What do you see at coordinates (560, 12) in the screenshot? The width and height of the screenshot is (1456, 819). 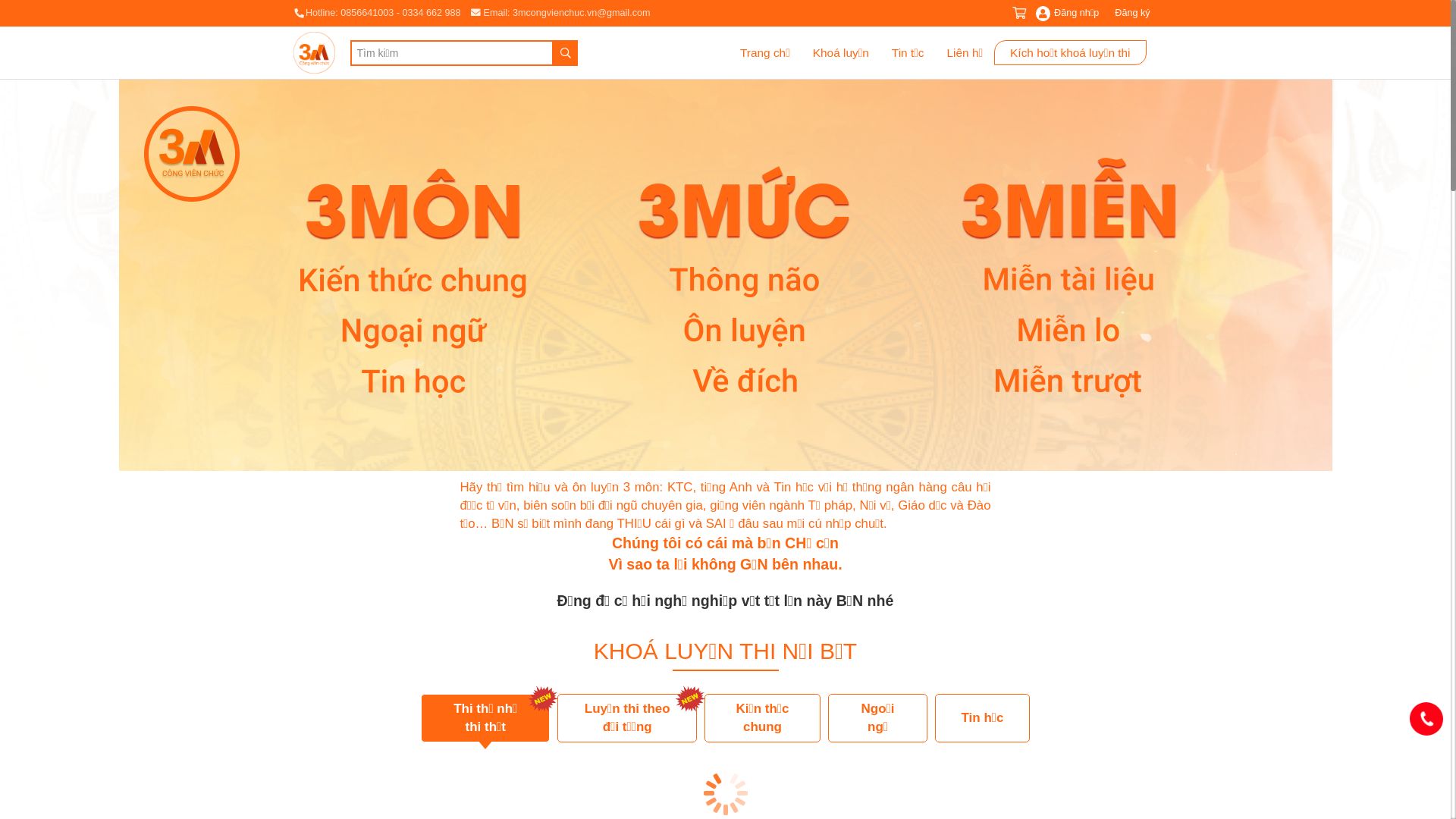 I see `'Email: 3mcongvienchuc.vn@gmail.com'` at bounding box center [560, 12].